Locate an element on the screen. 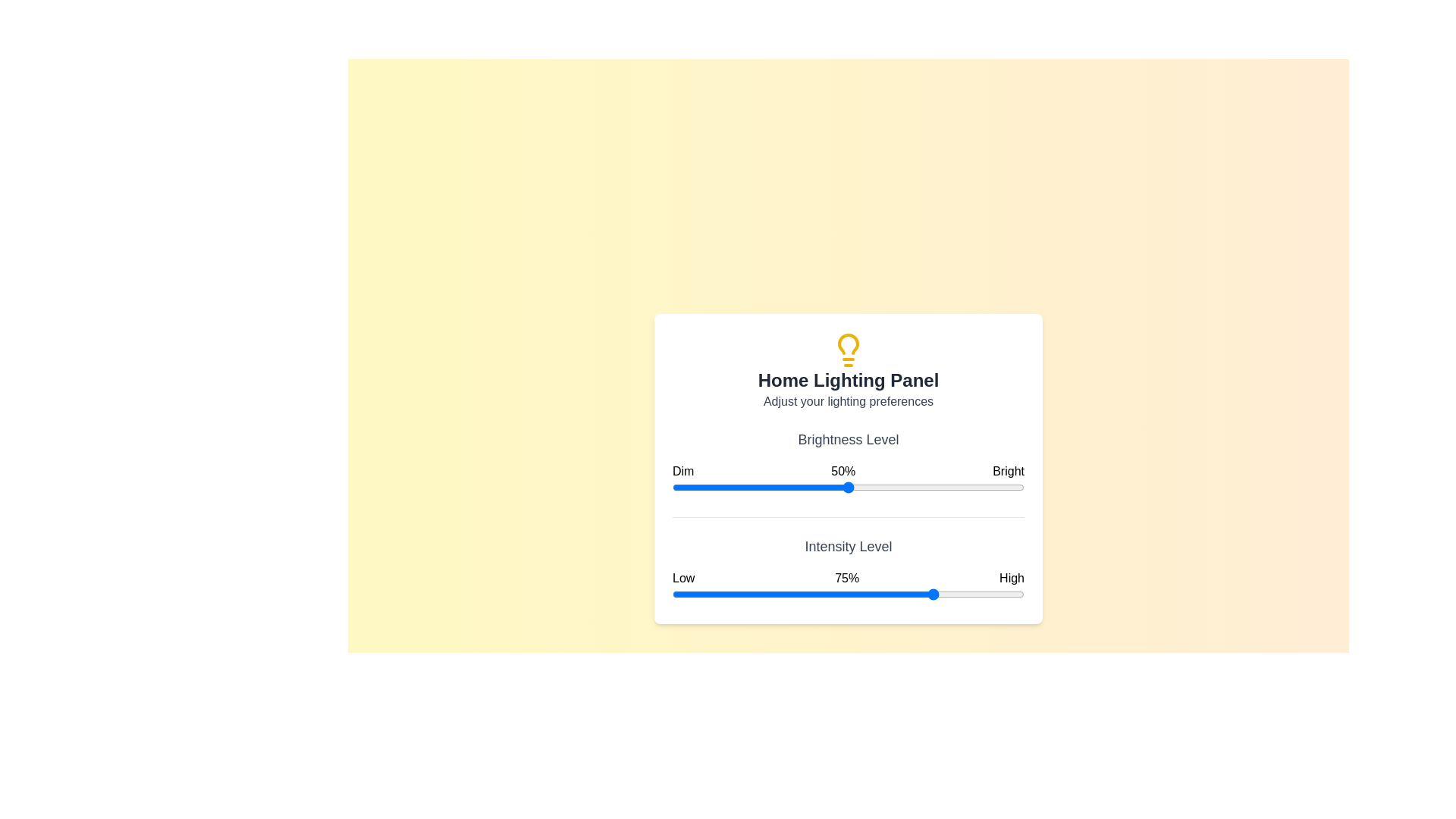  the static text label that displays 'Adjust your lighting preferences', which is styled in gray and located below the title 'Home Lighting Panel' is located at coordinates (847, 400).